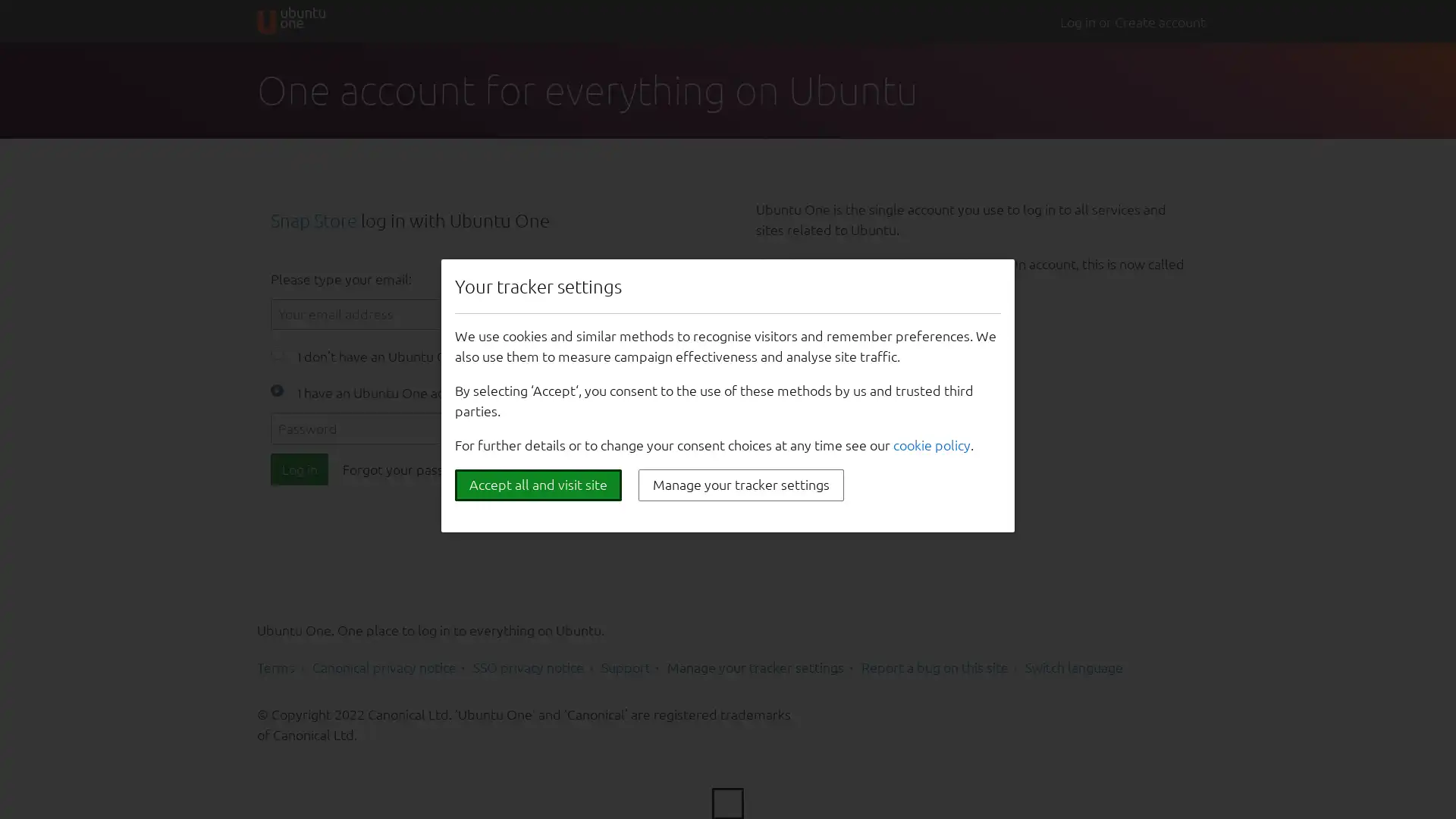  Describe the element at coordinates (411, 468) in the screenshot. I see `Forgot your password?` at that location.